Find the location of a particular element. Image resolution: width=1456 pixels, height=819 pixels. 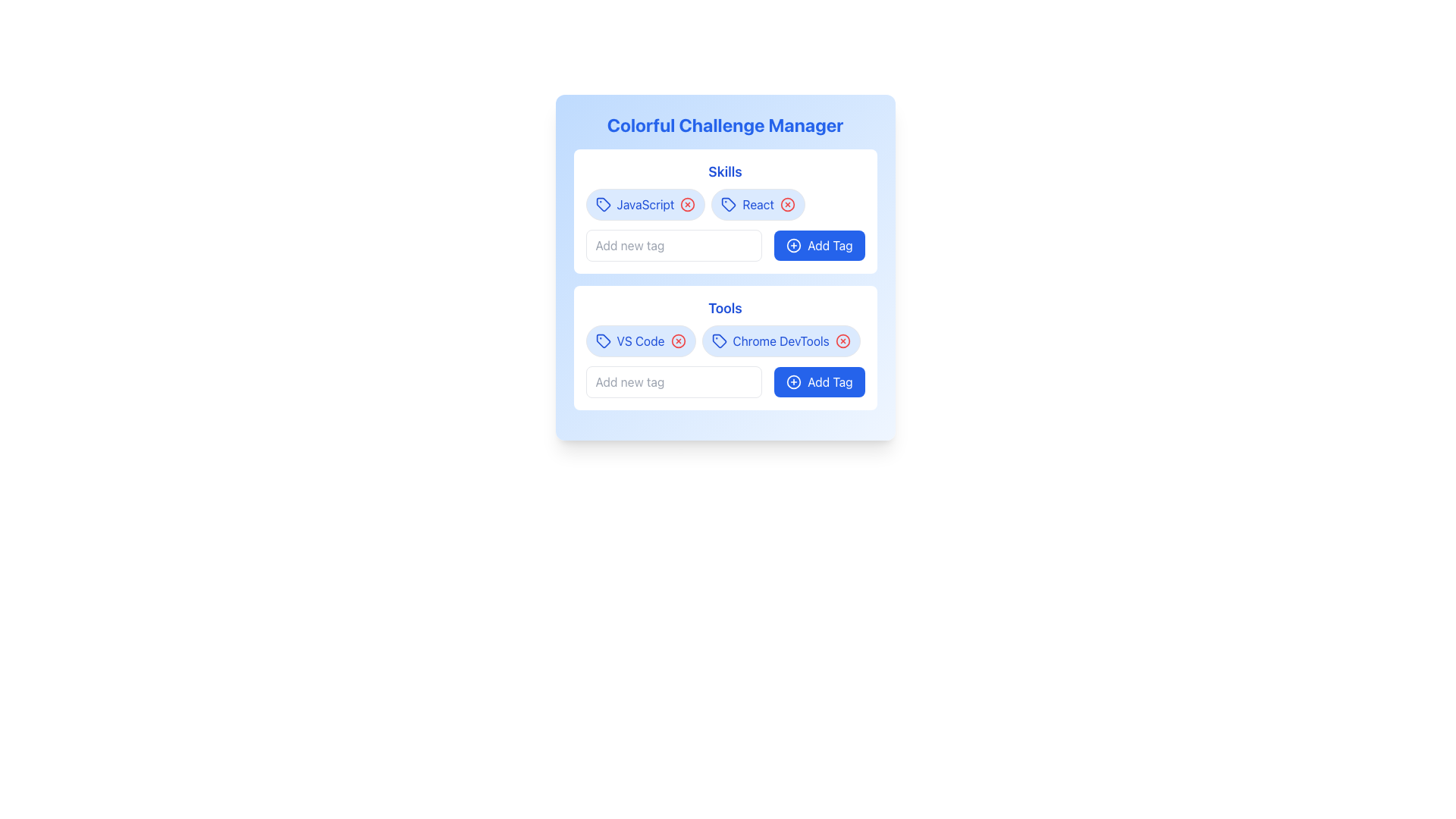

the circular icon with a blue outline and a plus sign inside it, located to the left of the 'Add Tag' text in the 'Skills' section is located at coordinates (793, 245).